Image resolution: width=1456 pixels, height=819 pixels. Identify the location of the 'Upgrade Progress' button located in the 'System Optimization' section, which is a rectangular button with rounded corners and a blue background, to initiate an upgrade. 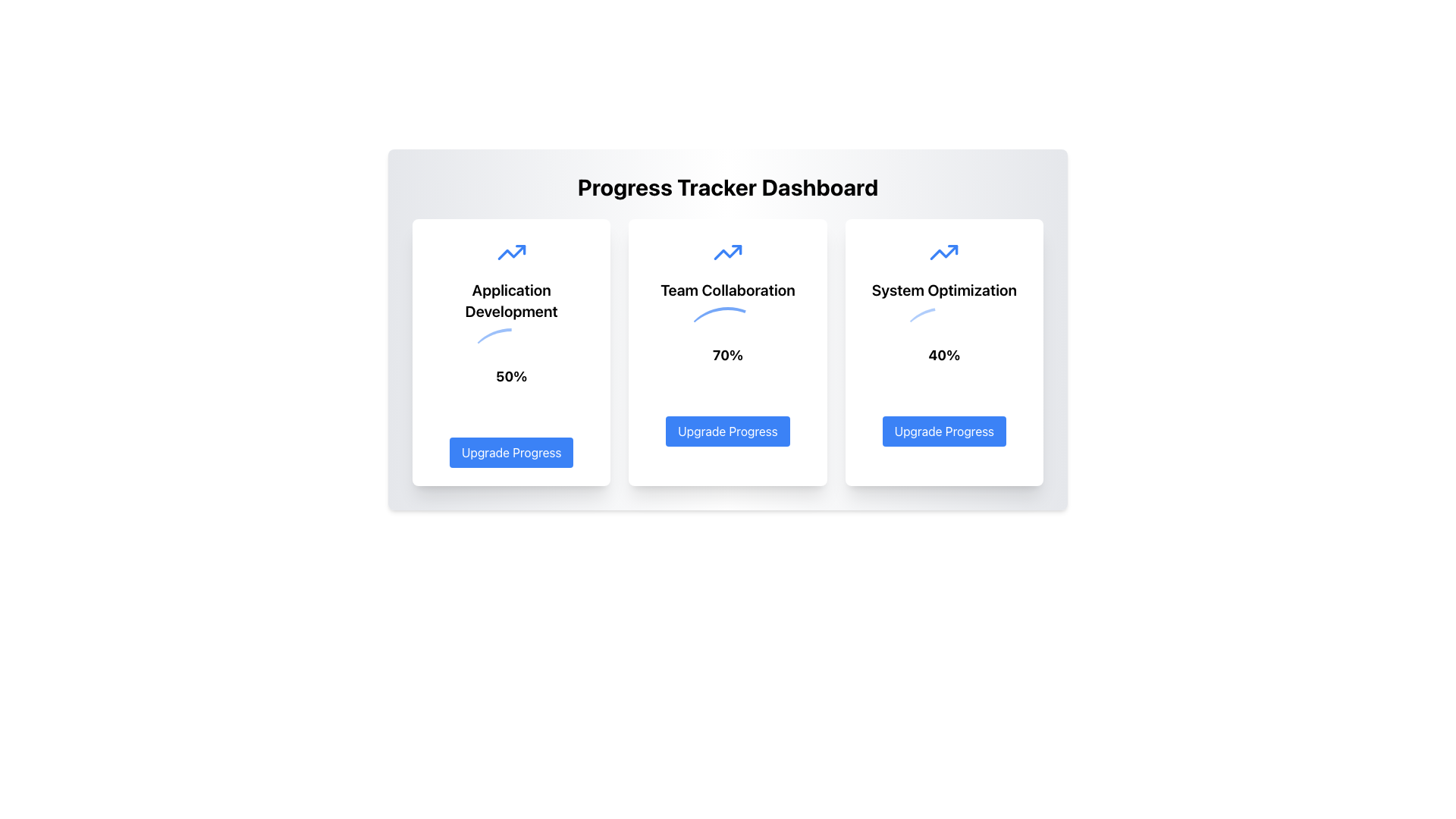
(943, 431).